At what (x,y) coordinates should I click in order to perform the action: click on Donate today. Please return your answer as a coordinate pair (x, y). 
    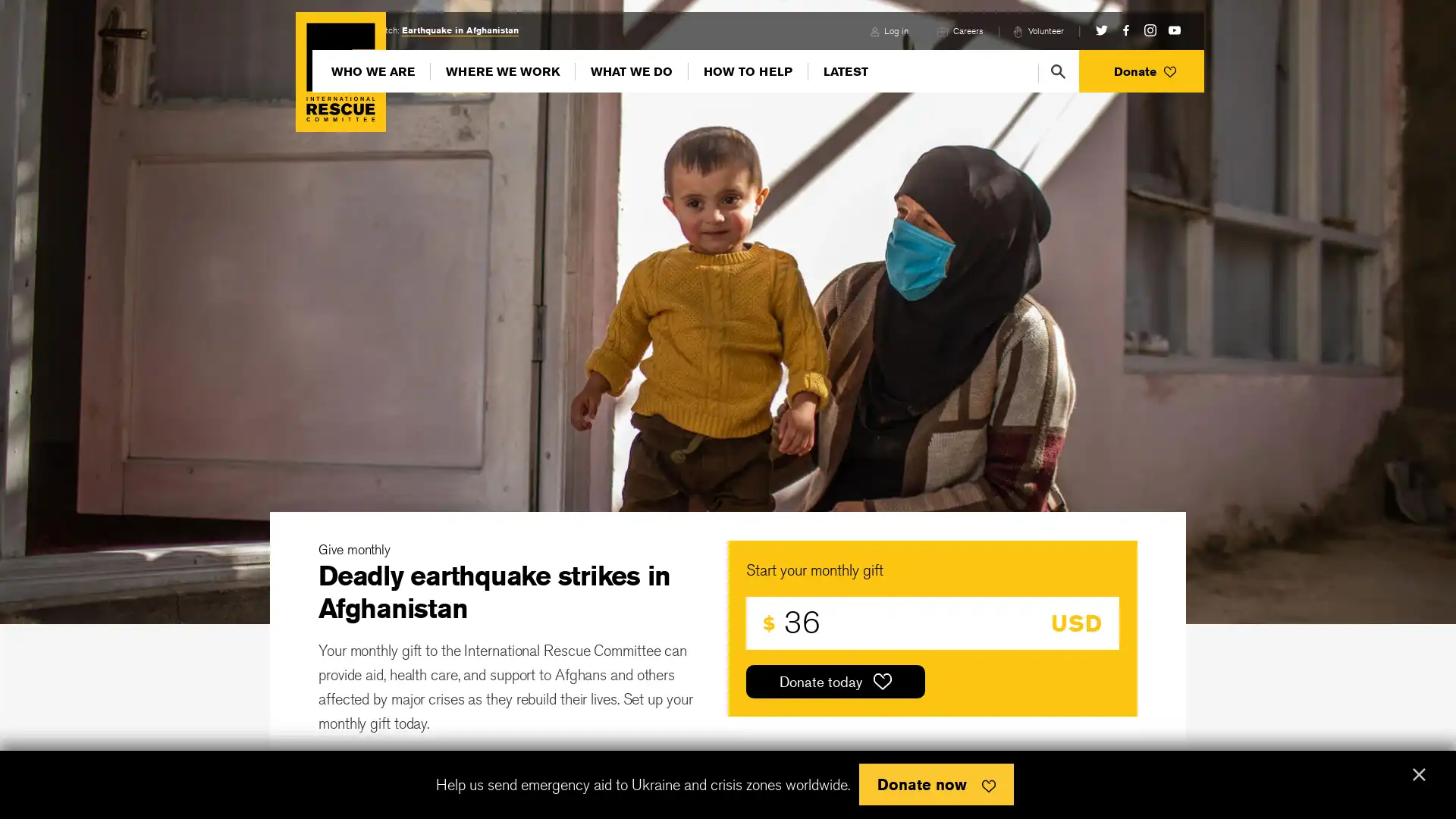
    Looking at the image, I should click on (835, 680).